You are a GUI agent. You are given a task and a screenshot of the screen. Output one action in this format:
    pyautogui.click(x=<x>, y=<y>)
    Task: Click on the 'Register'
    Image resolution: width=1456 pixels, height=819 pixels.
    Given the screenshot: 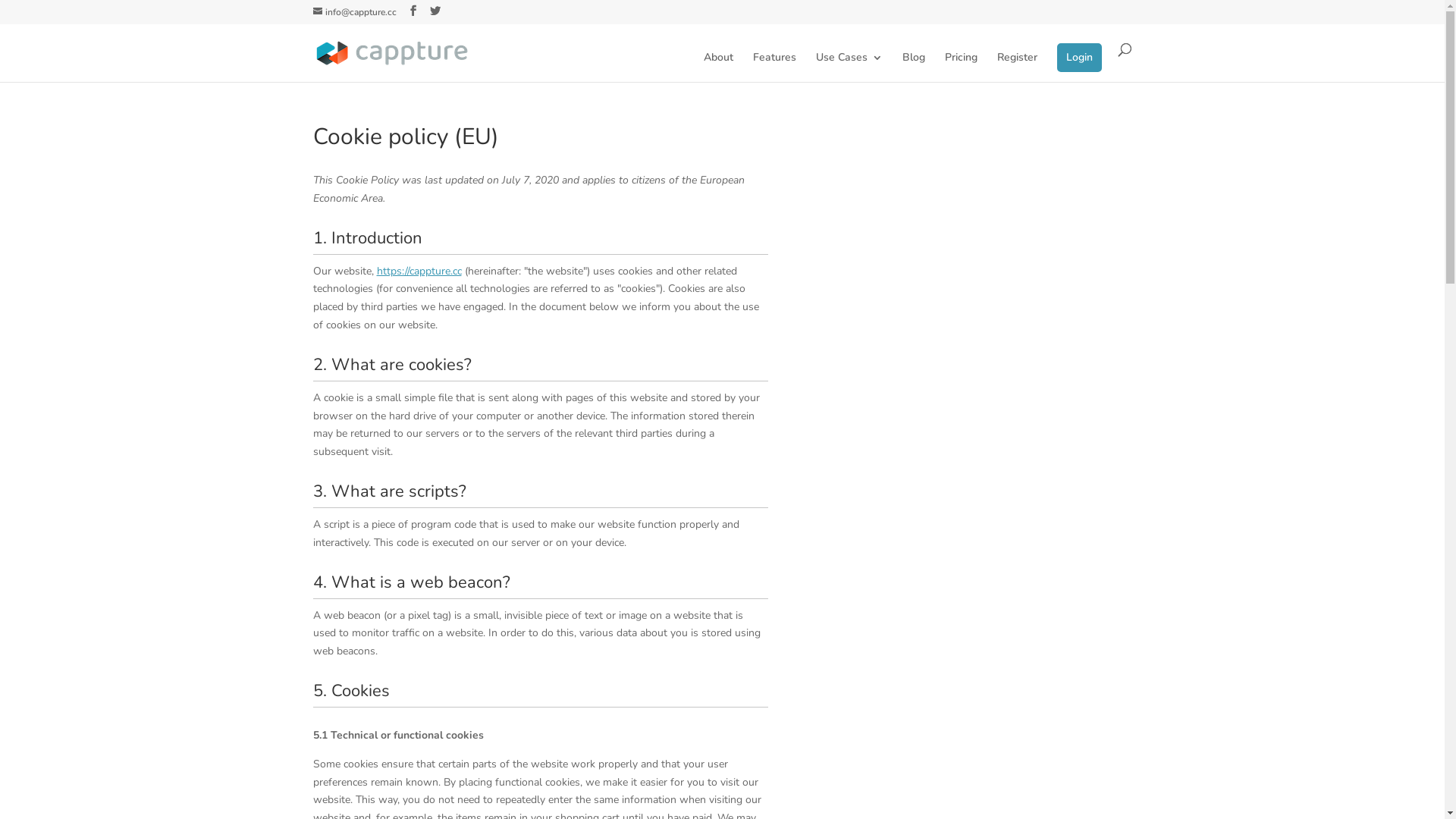 What is the action you would take?
    pyautogui.click(x=1016, y=66)
    